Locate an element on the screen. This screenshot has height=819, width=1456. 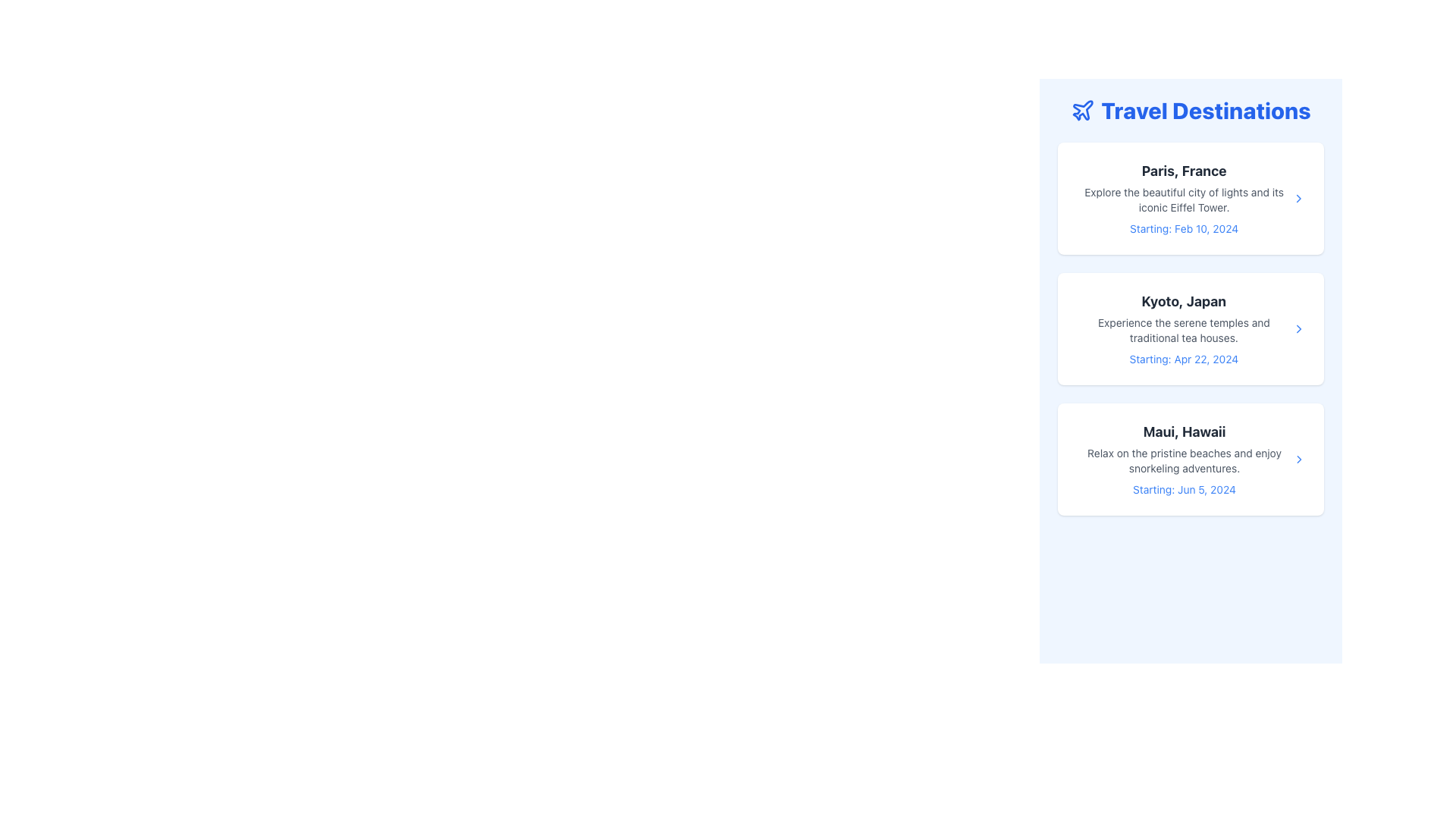
the right-pointing chevron arrow in the last card of travel destinations is located at coordinates (1298, 458).